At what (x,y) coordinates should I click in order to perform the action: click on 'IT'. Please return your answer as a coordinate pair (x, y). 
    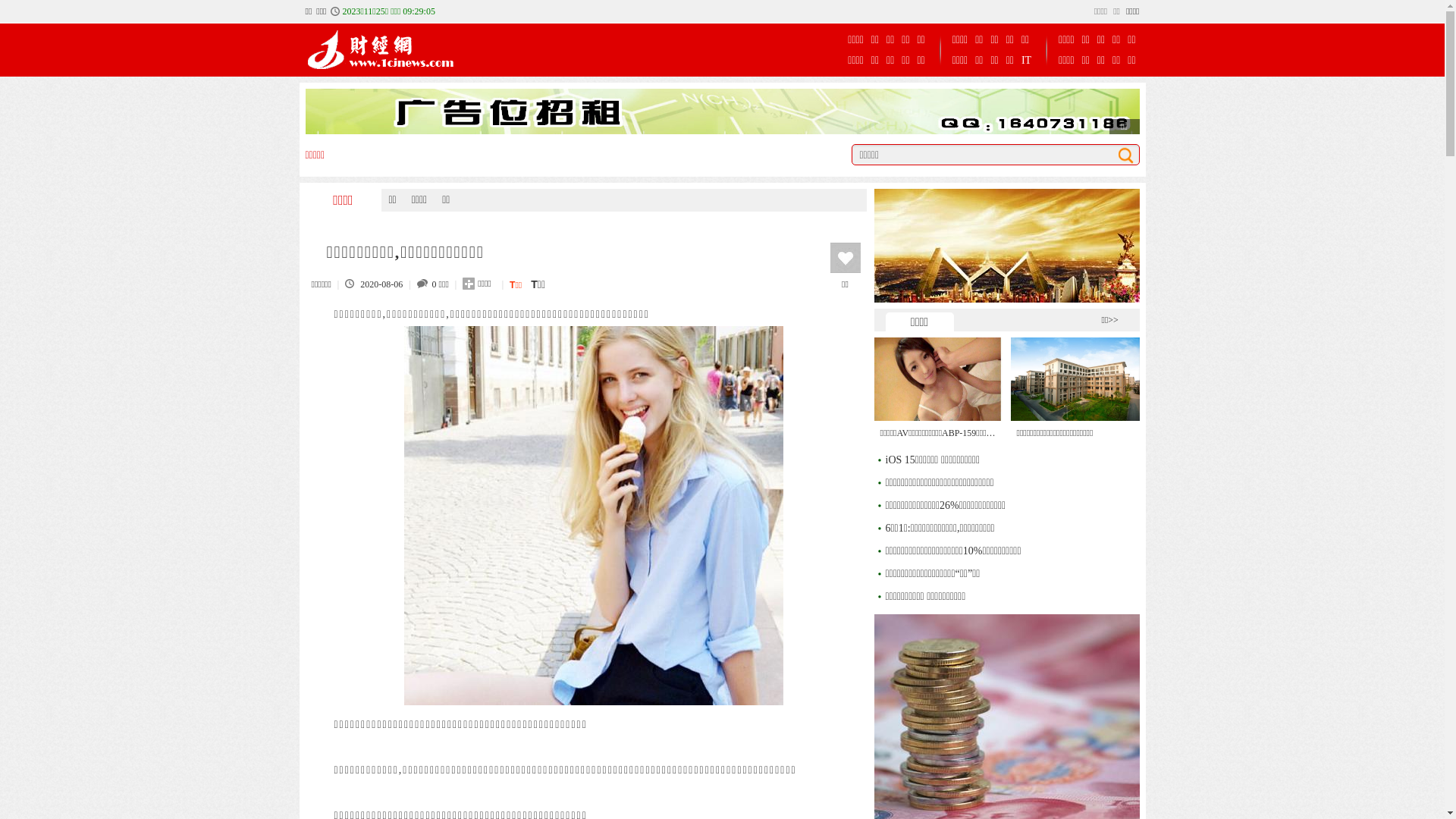
    Looking at the image, I should click on (1021, 59).